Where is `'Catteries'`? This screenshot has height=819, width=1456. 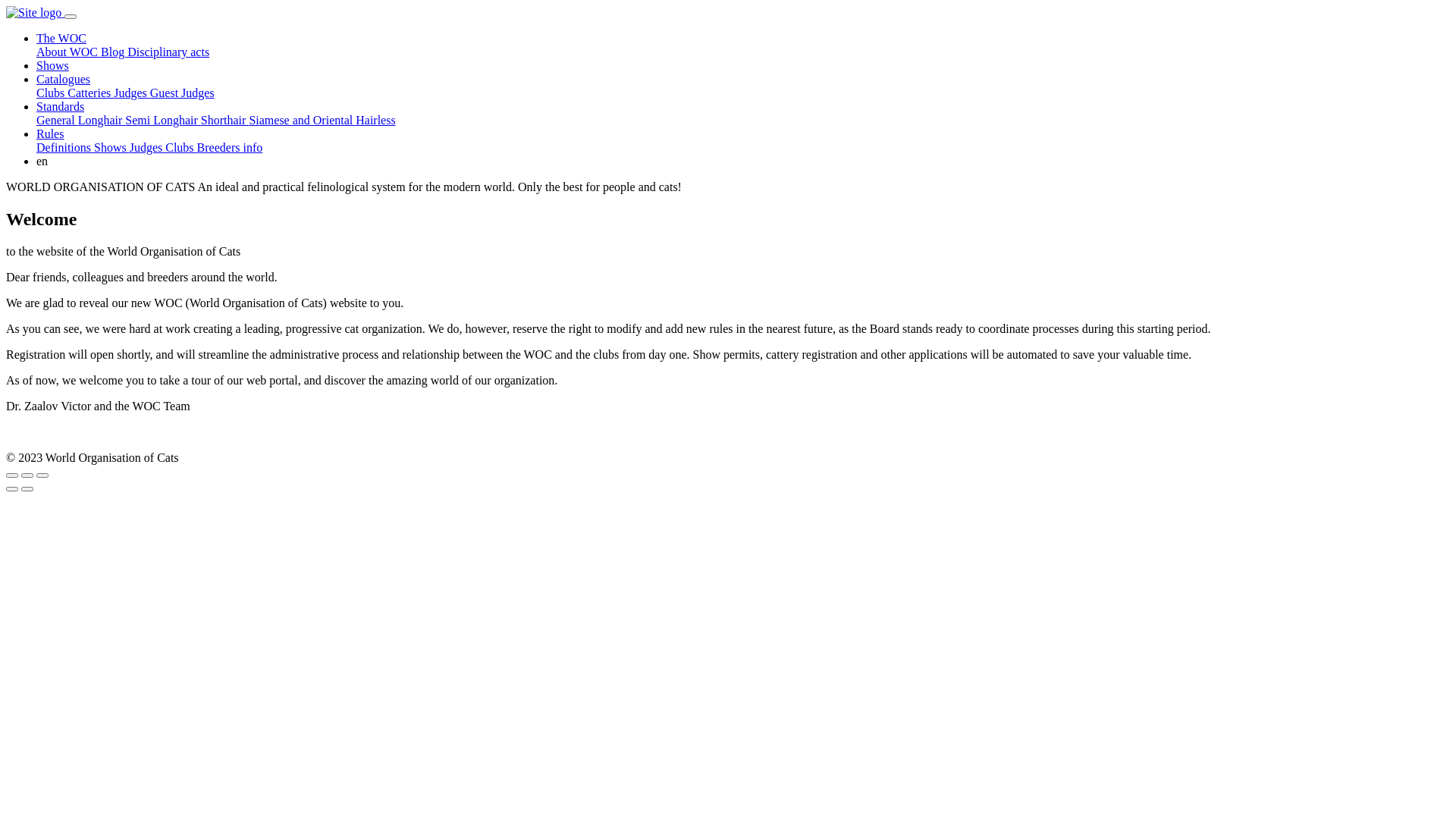
'Catteries' is located at coordinates (89, 93).